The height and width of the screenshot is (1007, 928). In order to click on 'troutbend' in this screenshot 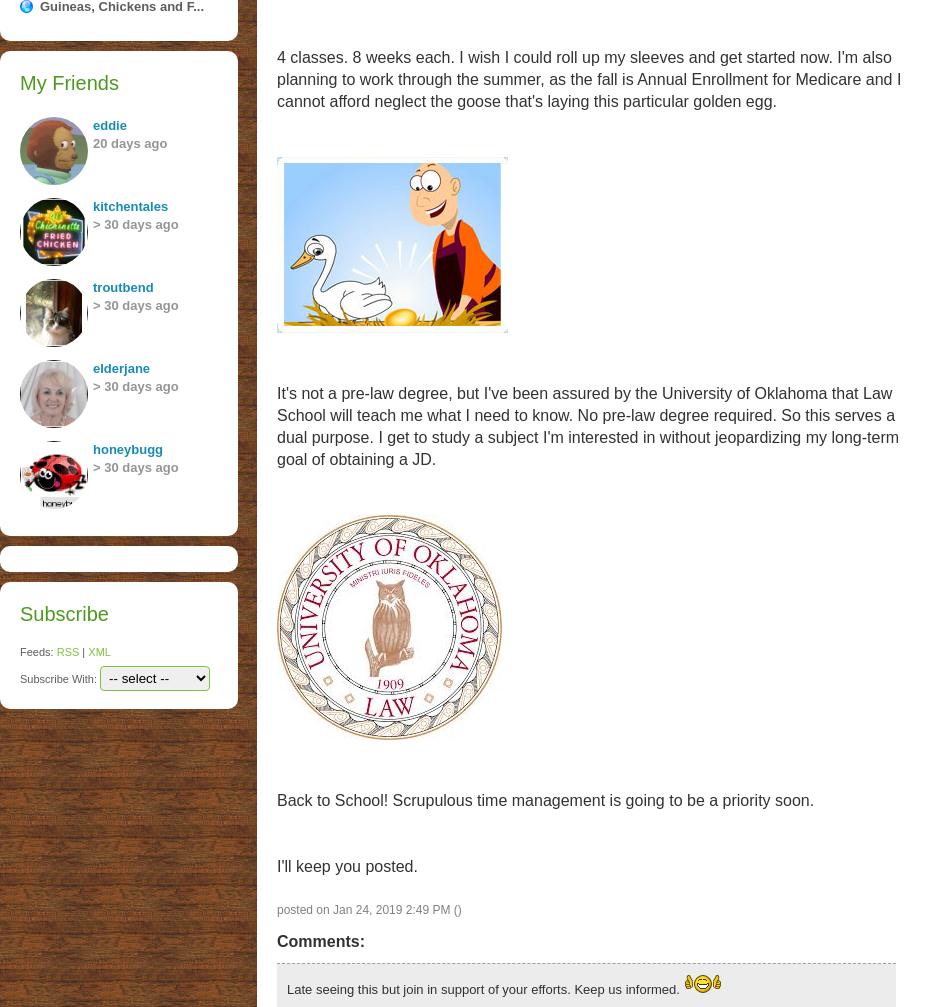, I will do `click(91, 287)`.